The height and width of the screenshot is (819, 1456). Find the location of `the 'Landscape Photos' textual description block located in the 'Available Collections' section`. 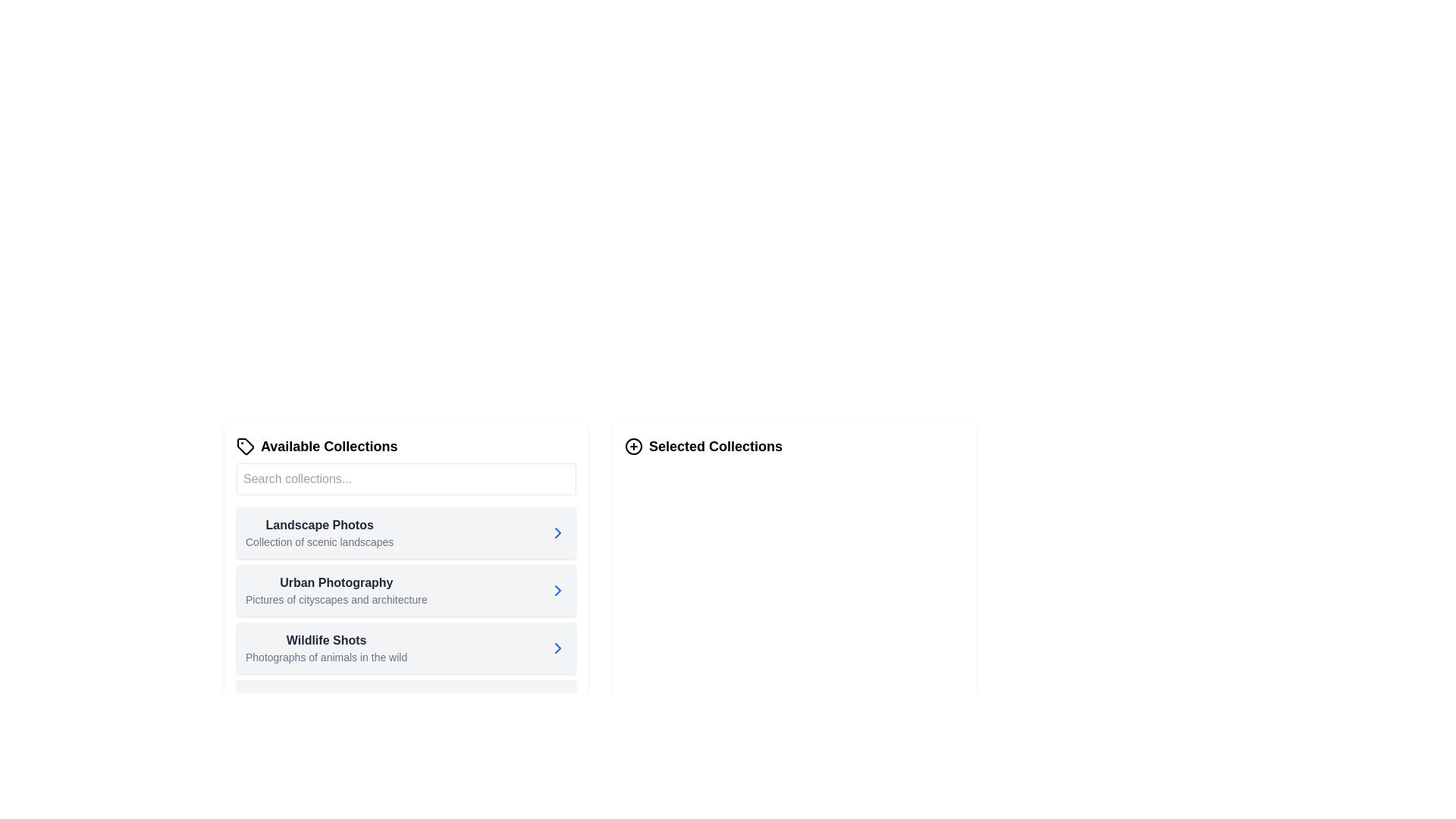

the 'Landscape Photos' textual description block located in the 'Available Collections' section is located at coordinates (318, 532).